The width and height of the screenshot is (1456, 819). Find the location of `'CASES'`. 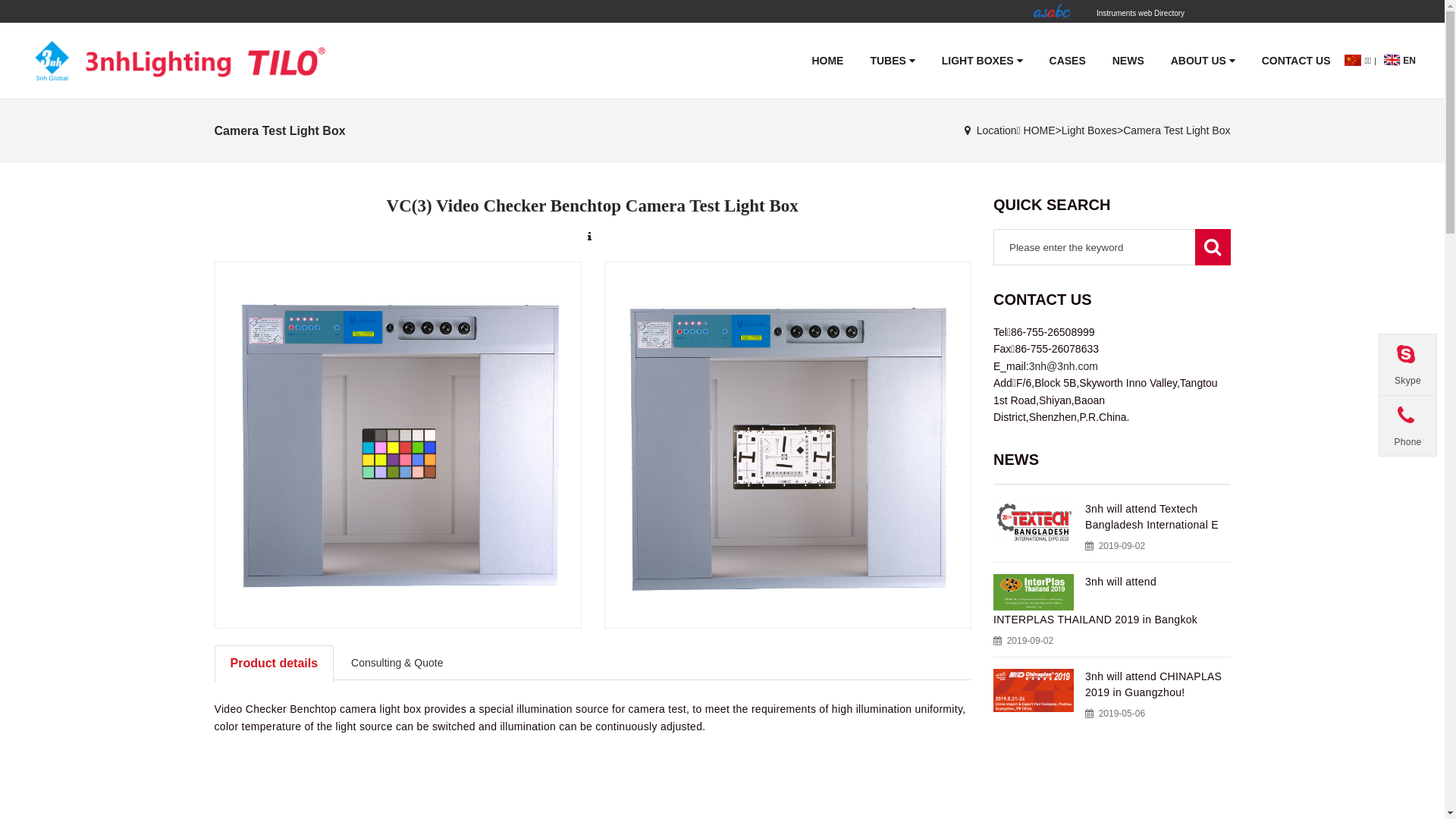

'CASES' is located at coordinates (1066, 60).